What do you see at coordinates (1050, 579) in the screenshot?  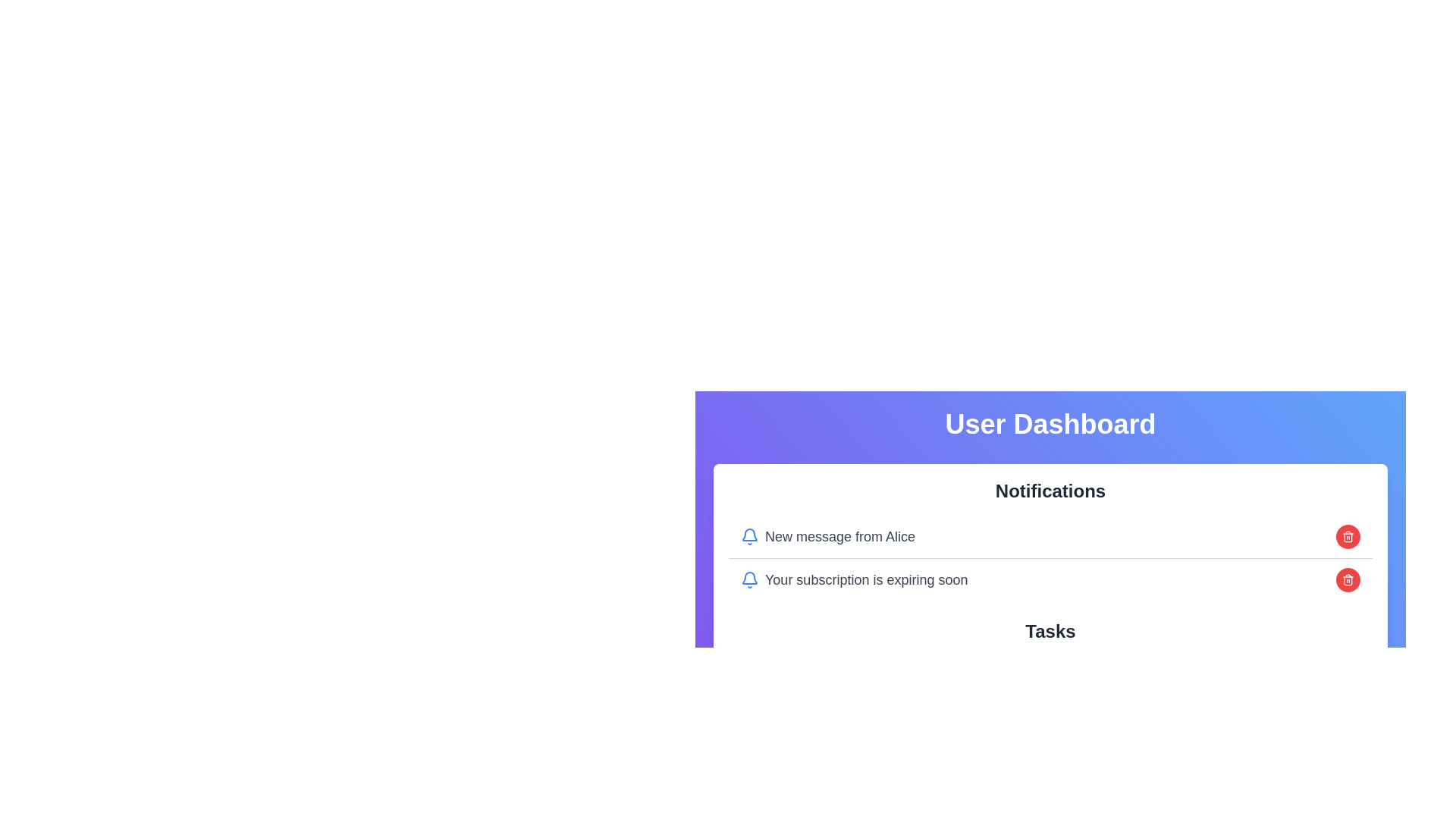 I see `notification in the second notification bar, which contains the message 'Your subscription is expiring soon' and is located below the 'New message from Alice' notification` at bounding box center [1050, 579].